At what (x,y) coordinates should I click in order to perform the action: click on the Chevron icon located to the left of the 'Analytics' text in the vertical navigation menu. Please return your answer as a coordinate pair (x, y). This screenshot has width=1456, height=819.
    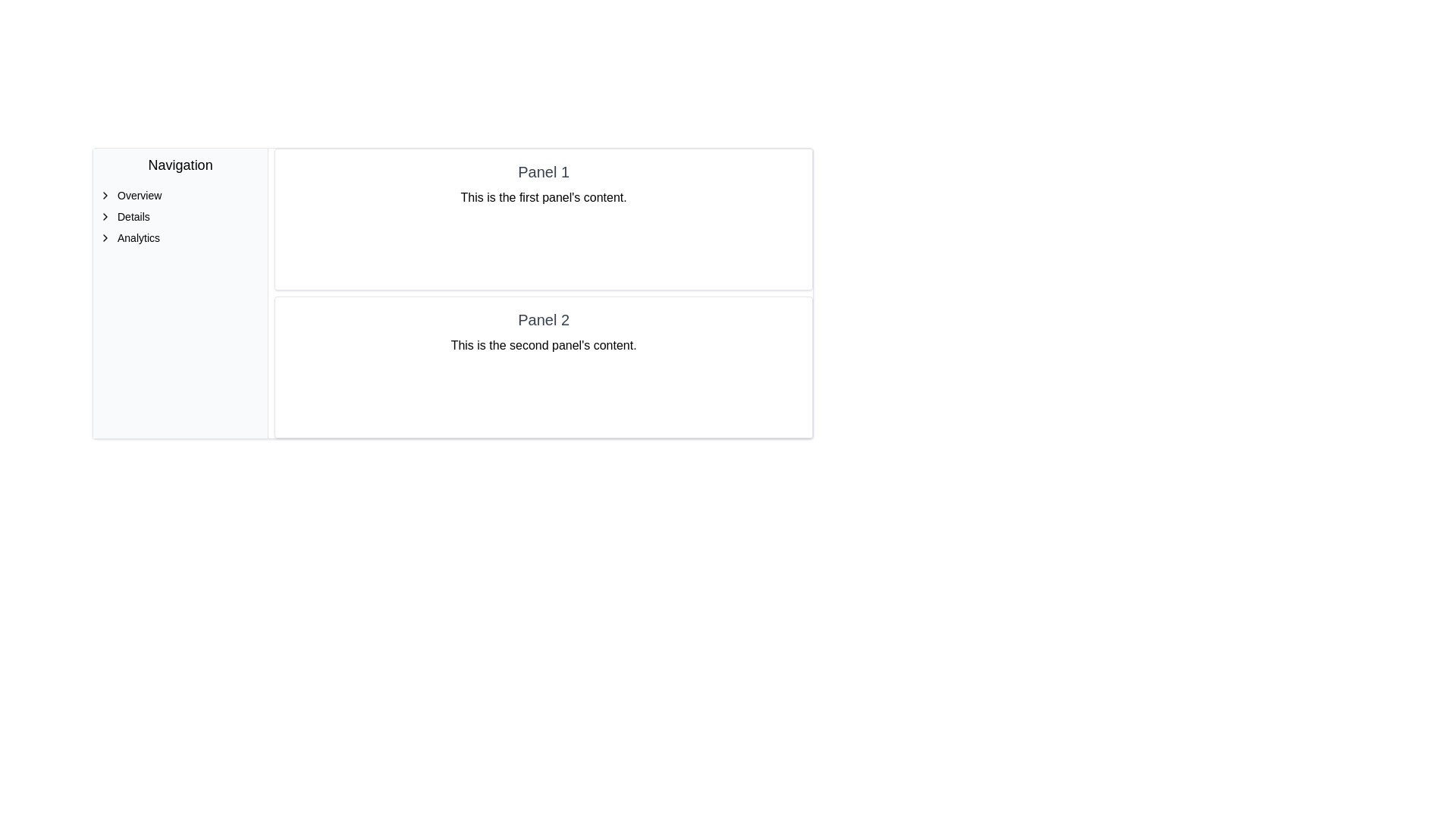
    Looking at the image, I should click on (105, 237).